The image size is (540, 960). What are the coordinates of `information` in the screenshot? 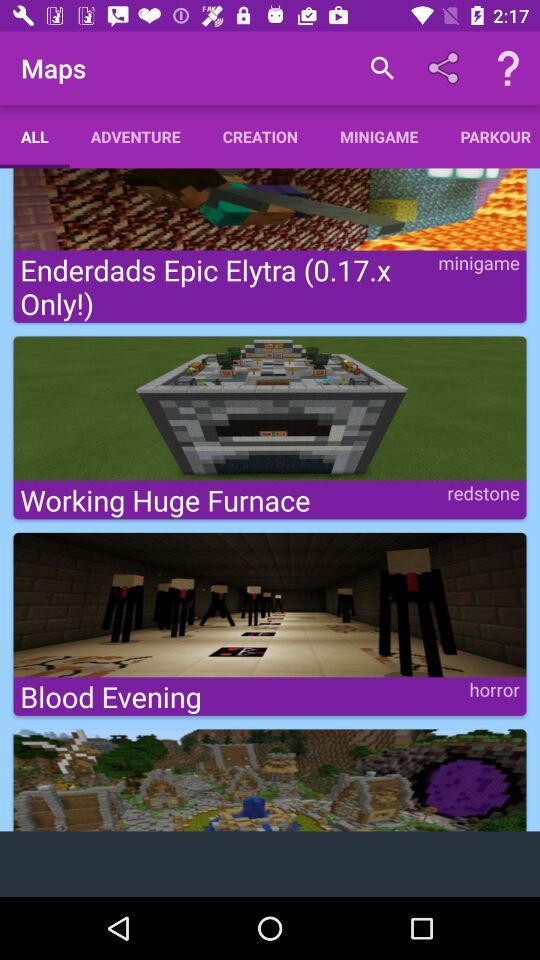 It's located at (508, 68).